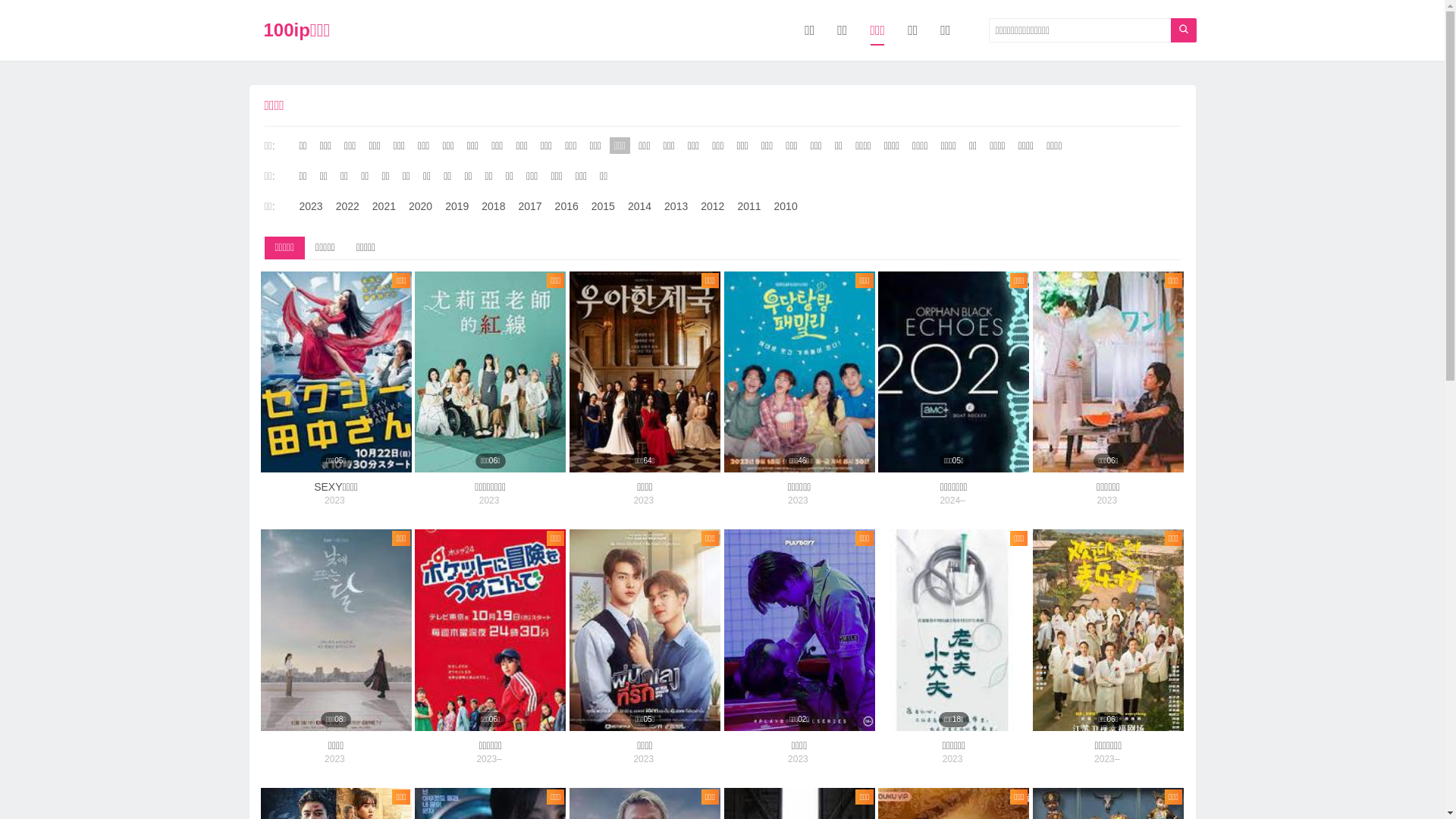 This screenshot has height=819, width=1456. What do you see at coordinates (493, 206) in the screenshot?
I see `'2018'` at bounding box center [493, 206].